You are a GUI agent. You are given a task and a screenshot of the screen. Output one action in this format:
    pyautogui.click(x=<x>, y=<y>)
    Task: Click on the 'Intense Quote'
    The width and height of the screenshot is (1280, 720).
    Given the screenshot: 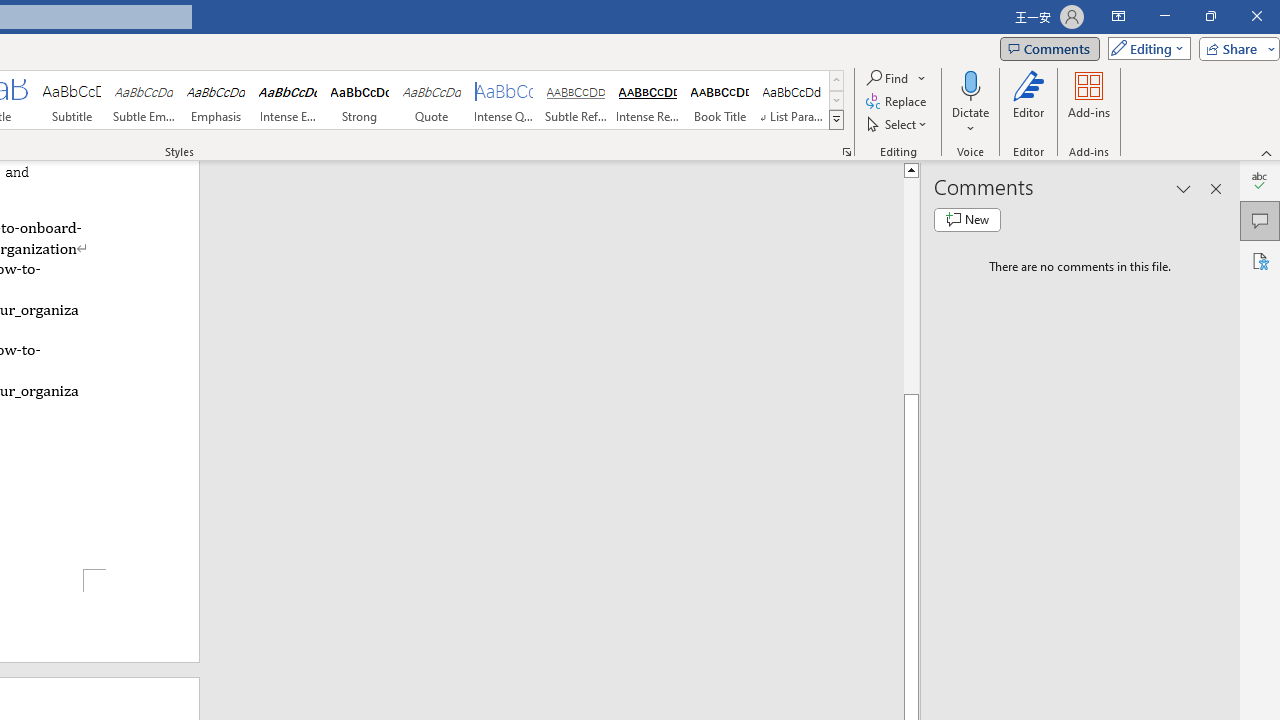 What is the action you would take?
    pyautogui.click(x=504, y=100)
    